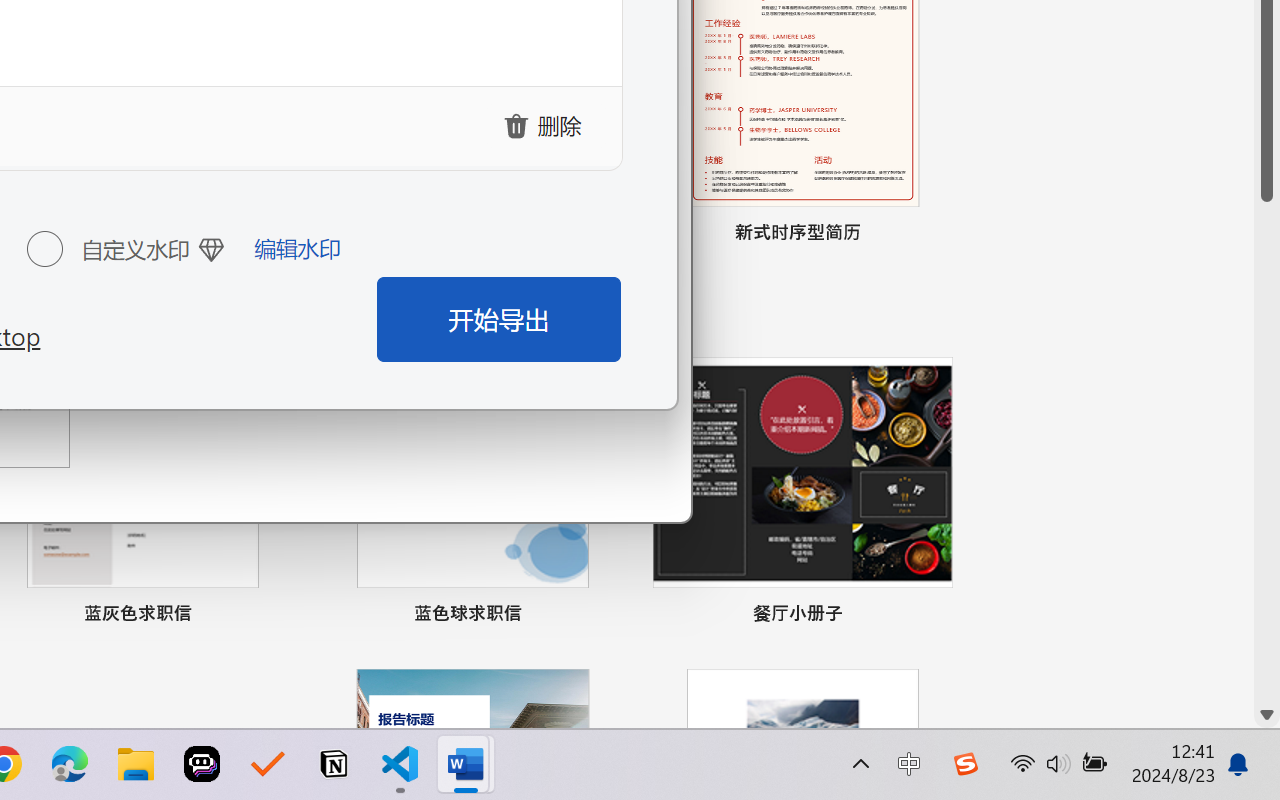 This screenshot has width=1280, height=800. I want to click on 'Microsoft Edge', so click(69, 764).